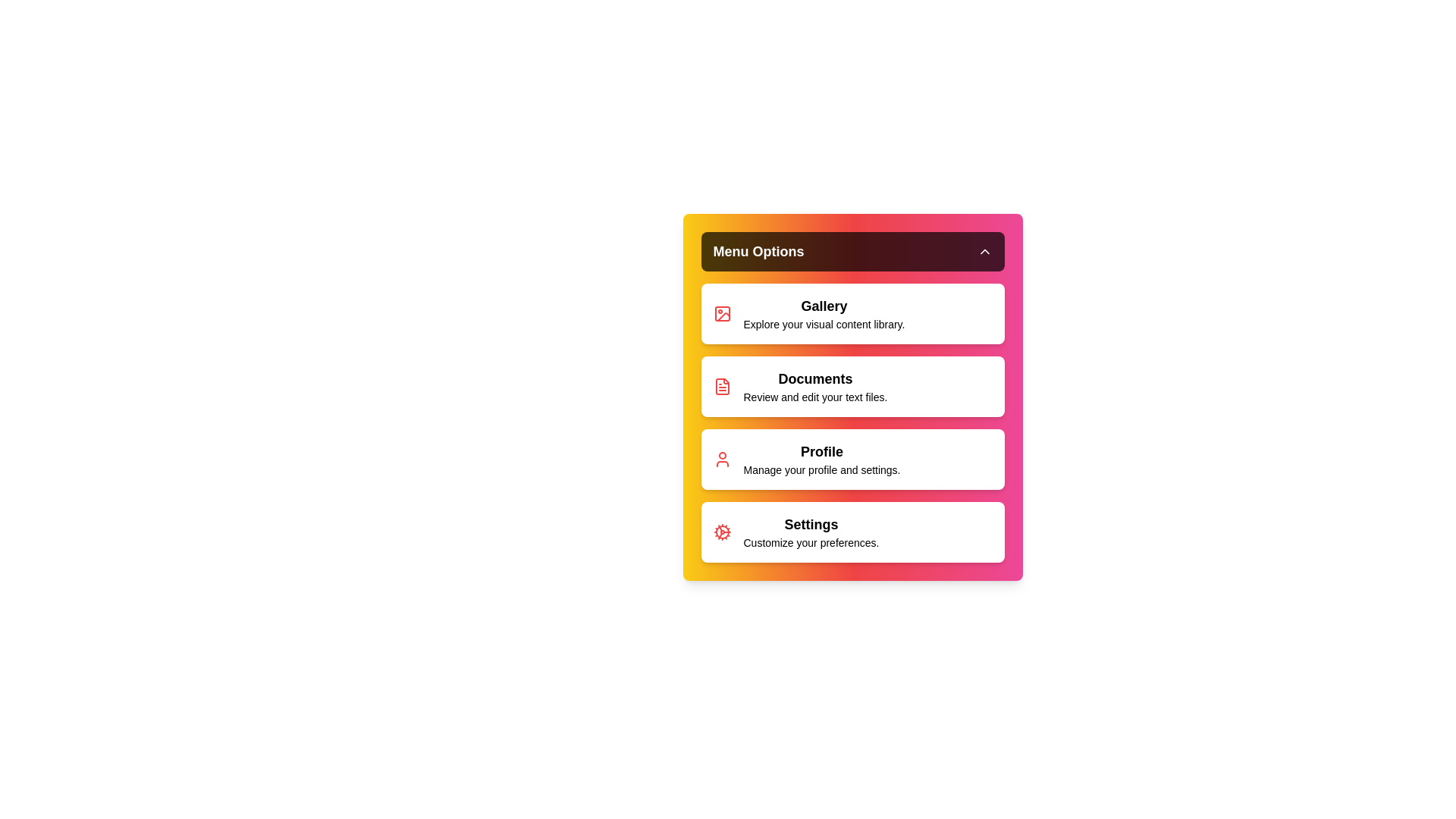  I want to click on the menu item Profile to select it, so click(852, 458).